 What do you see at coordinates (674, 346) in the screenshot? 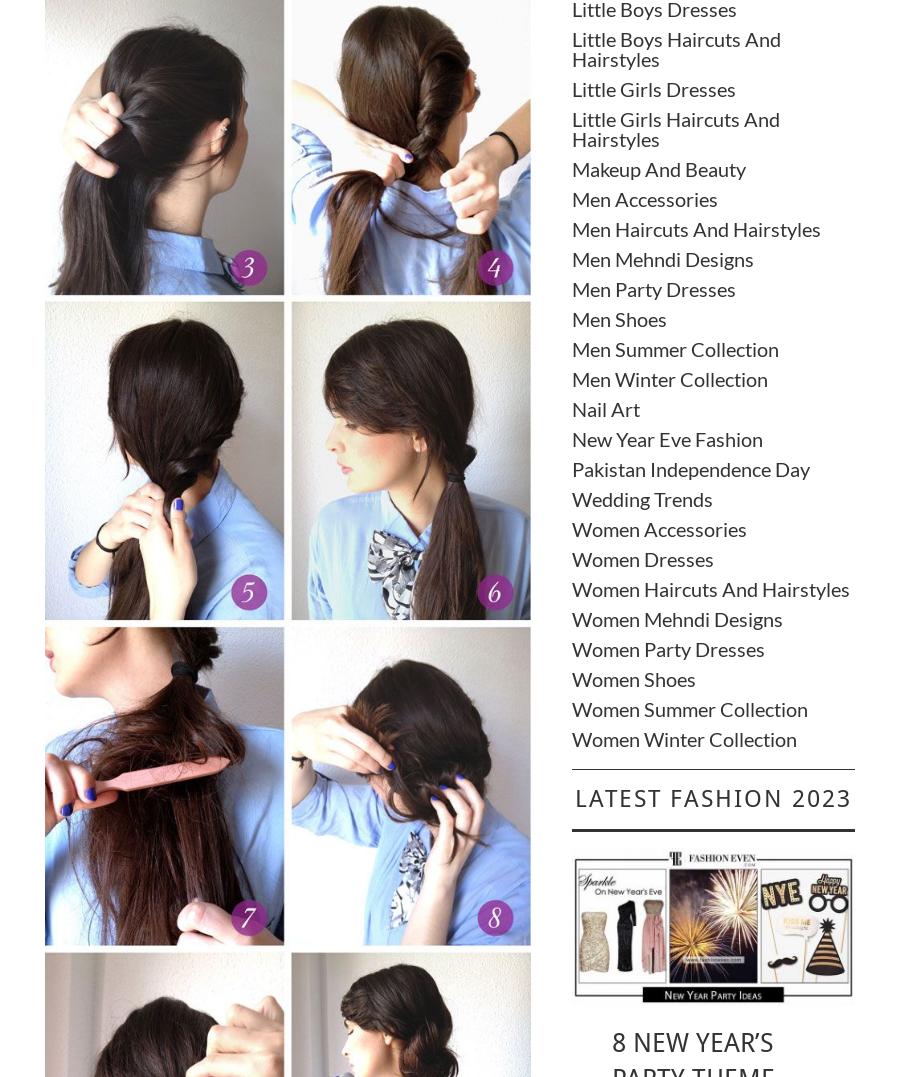
I see `'Men Summer Collection'` at bounding box center [674, 346].